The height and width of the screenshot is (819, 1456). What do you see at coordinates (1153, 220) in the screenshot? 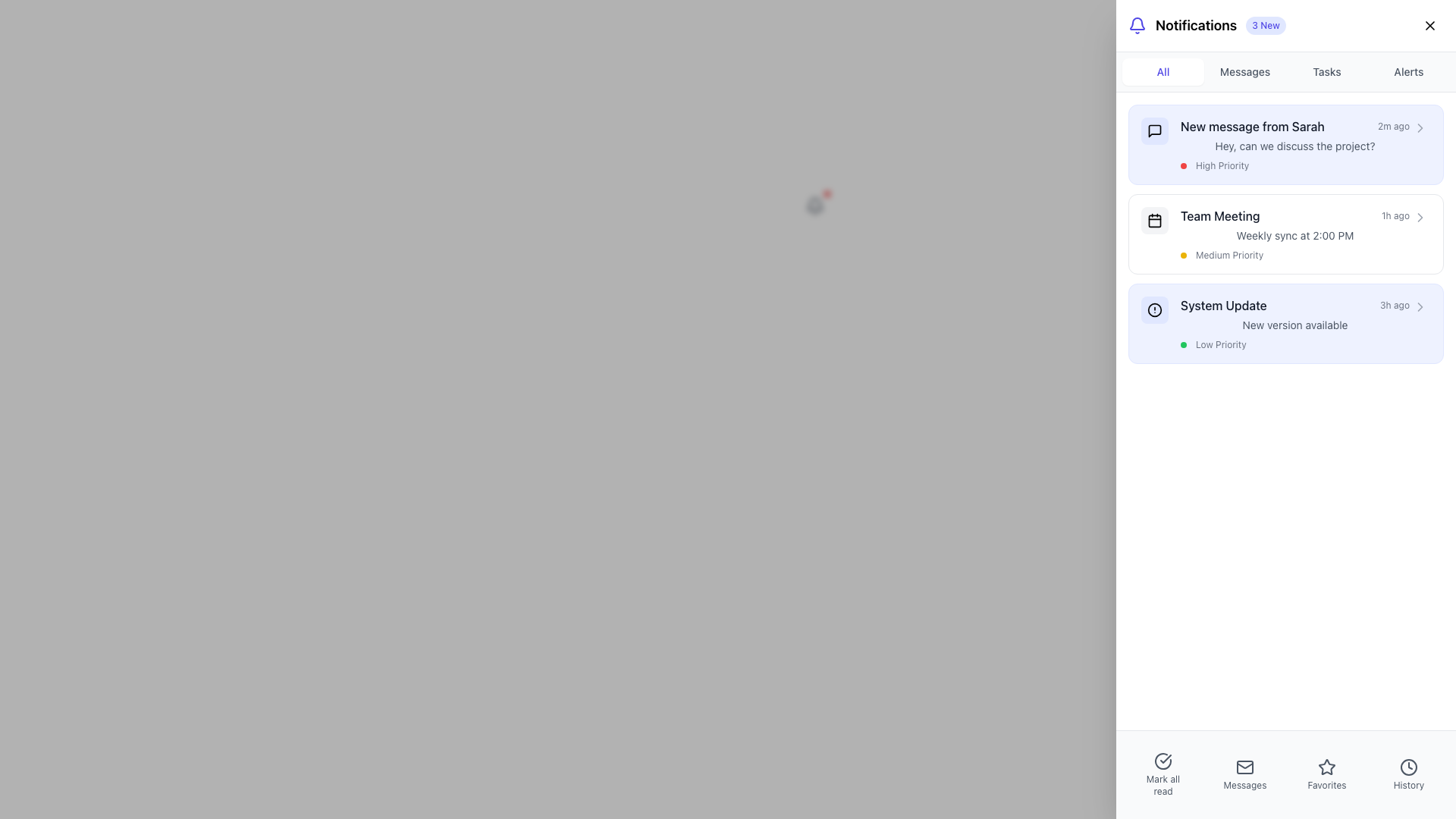
I see `the calendar icon` at bounding box center [1153, 220].